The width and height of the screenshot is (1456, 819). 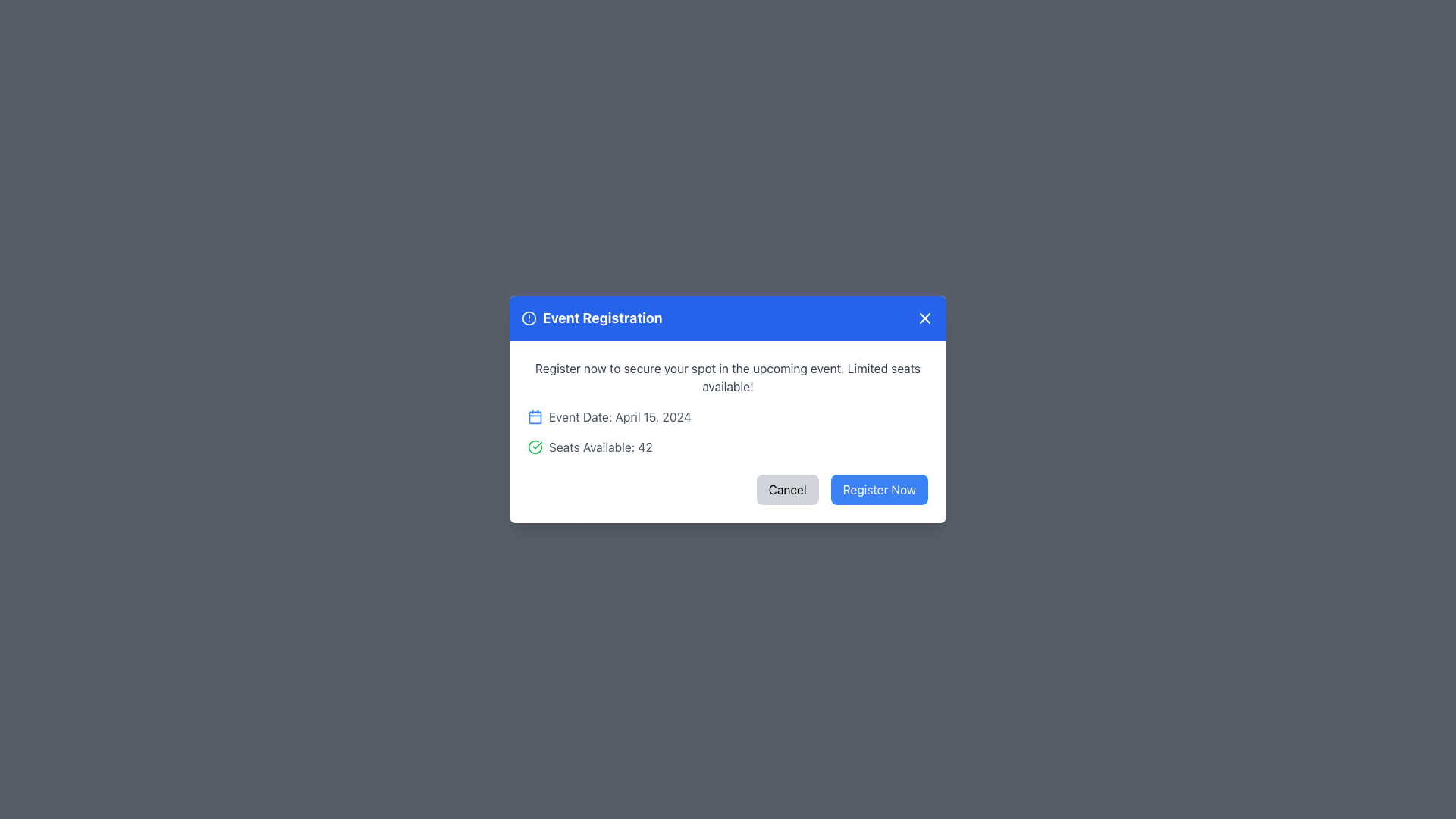 What do you see at coordinates (728, 376) in the screenshot?
I see `text block displaying the message 'Register now to secure your spot in the upcoming event. Limited seats available!' located in the modal dialog titled 'Event Registration'` at bounding box center [728, 376].